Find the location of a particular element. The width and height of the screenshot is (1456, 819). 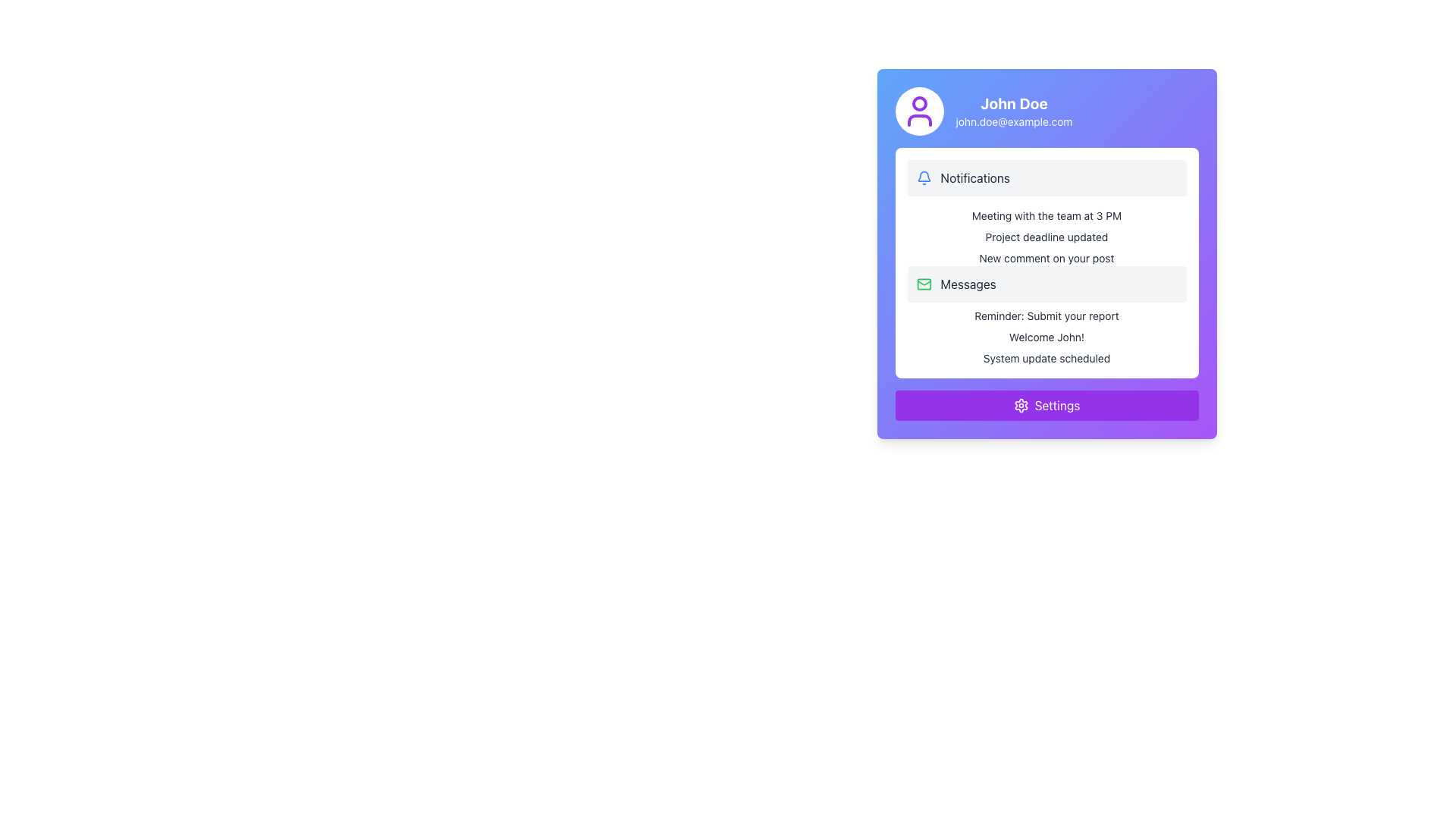

the text block displaying recent notifications located in the 'Notifications' section, positioned above the 'Messages' section and below the 'Notifications' header is located at coordinates (1046, 237).